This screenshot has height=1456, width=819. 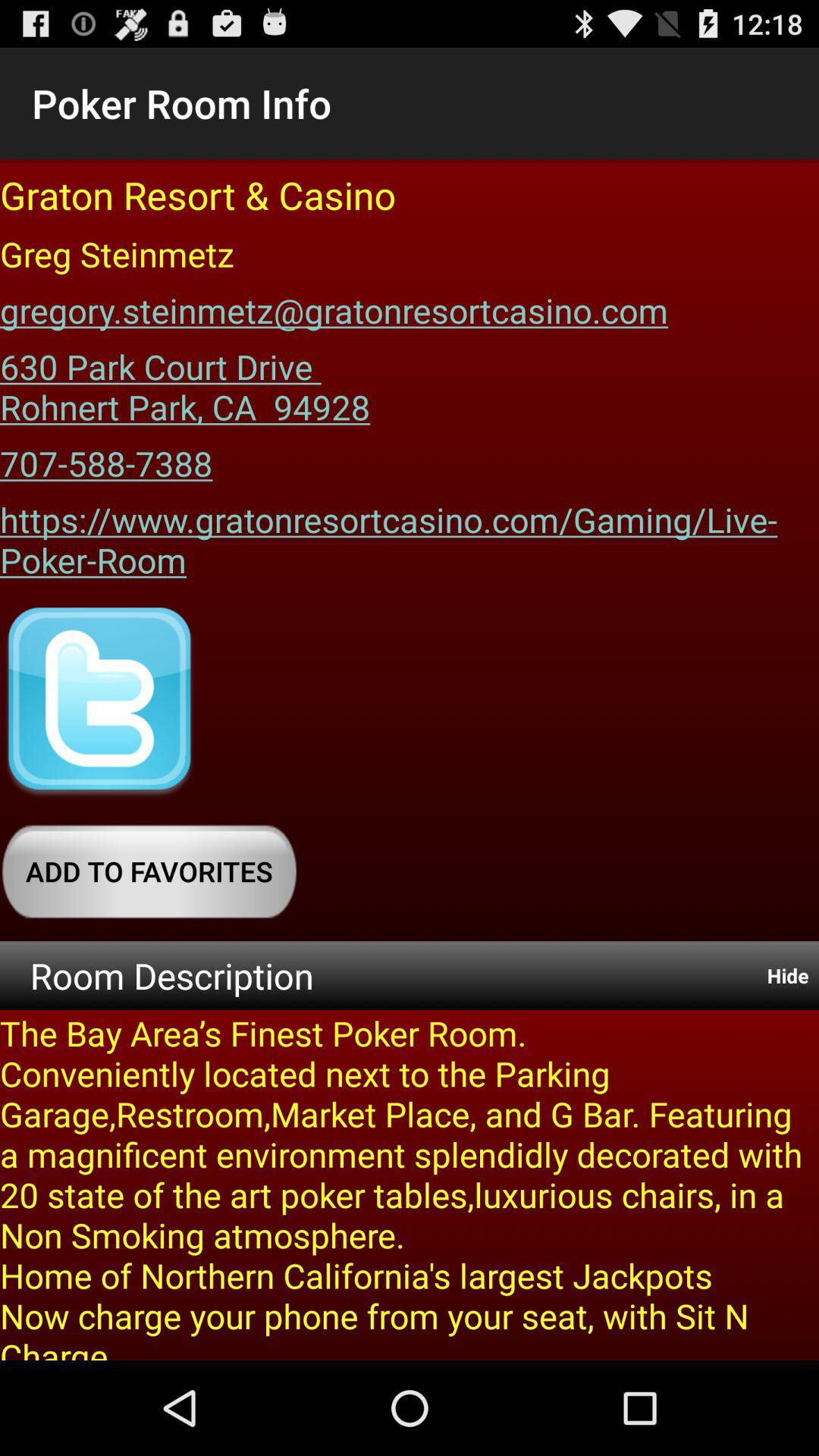 What do you see at coordinates (409, 535) in the screenshot?
I see `app below the 707-588-7388 icon` at bounding box center [409, 535].